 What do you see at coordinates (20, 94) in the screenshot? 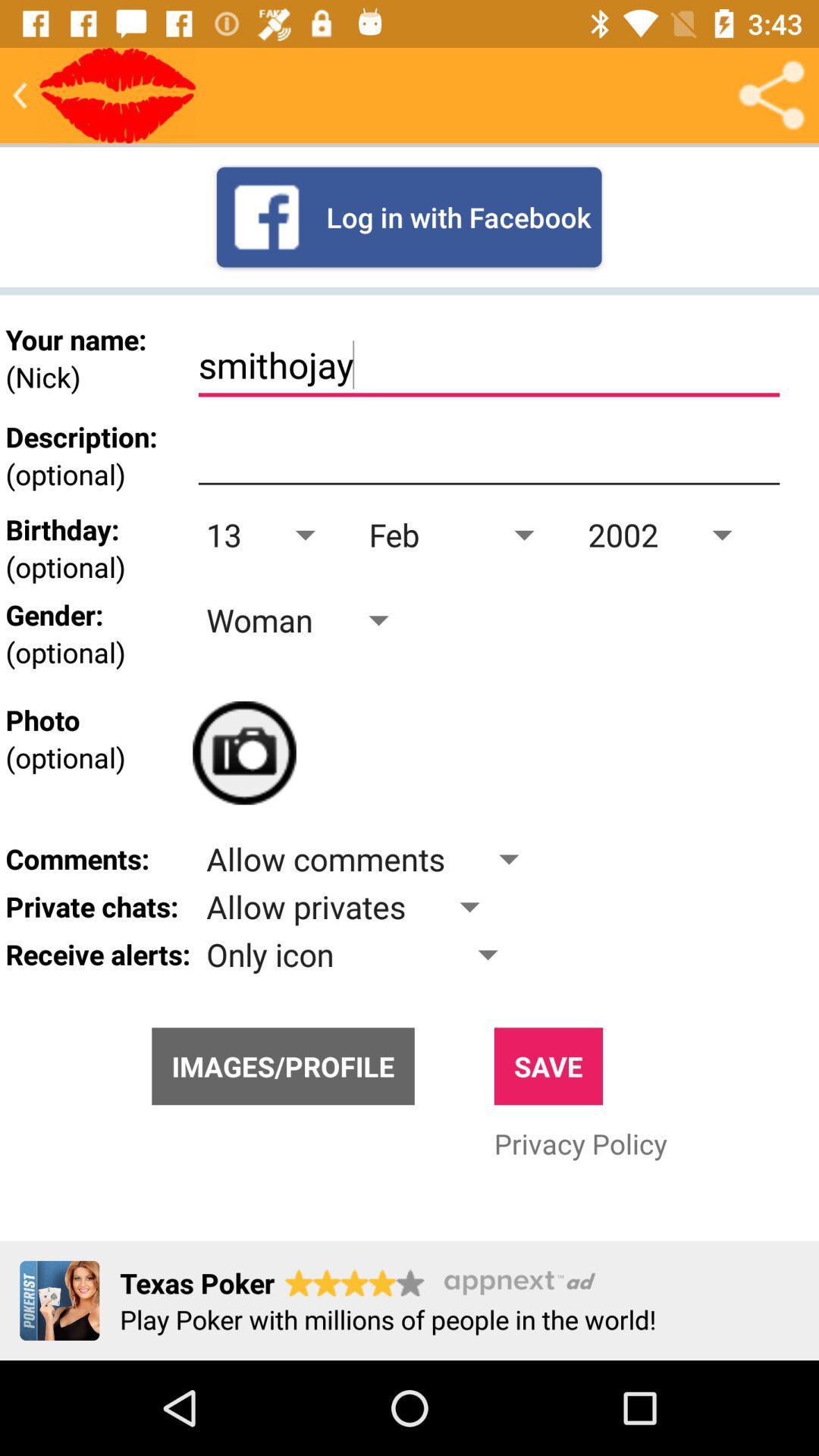
I see `back` at bounding box center [20, 94].